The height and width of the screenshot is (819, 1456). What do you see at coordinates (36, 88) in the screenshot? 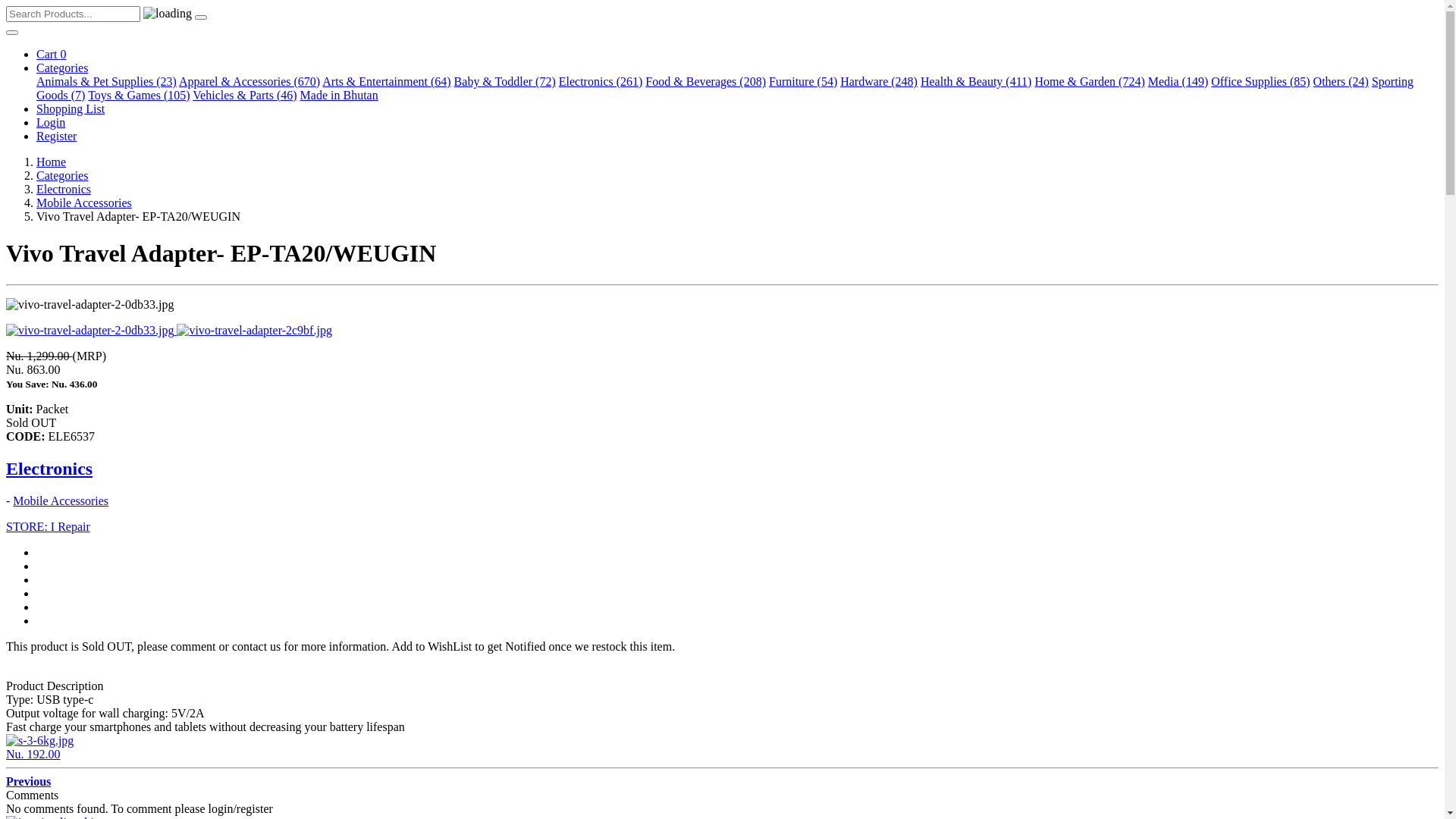
I see `'Sporting Goods (7)'` at bounding box center [36, 88].